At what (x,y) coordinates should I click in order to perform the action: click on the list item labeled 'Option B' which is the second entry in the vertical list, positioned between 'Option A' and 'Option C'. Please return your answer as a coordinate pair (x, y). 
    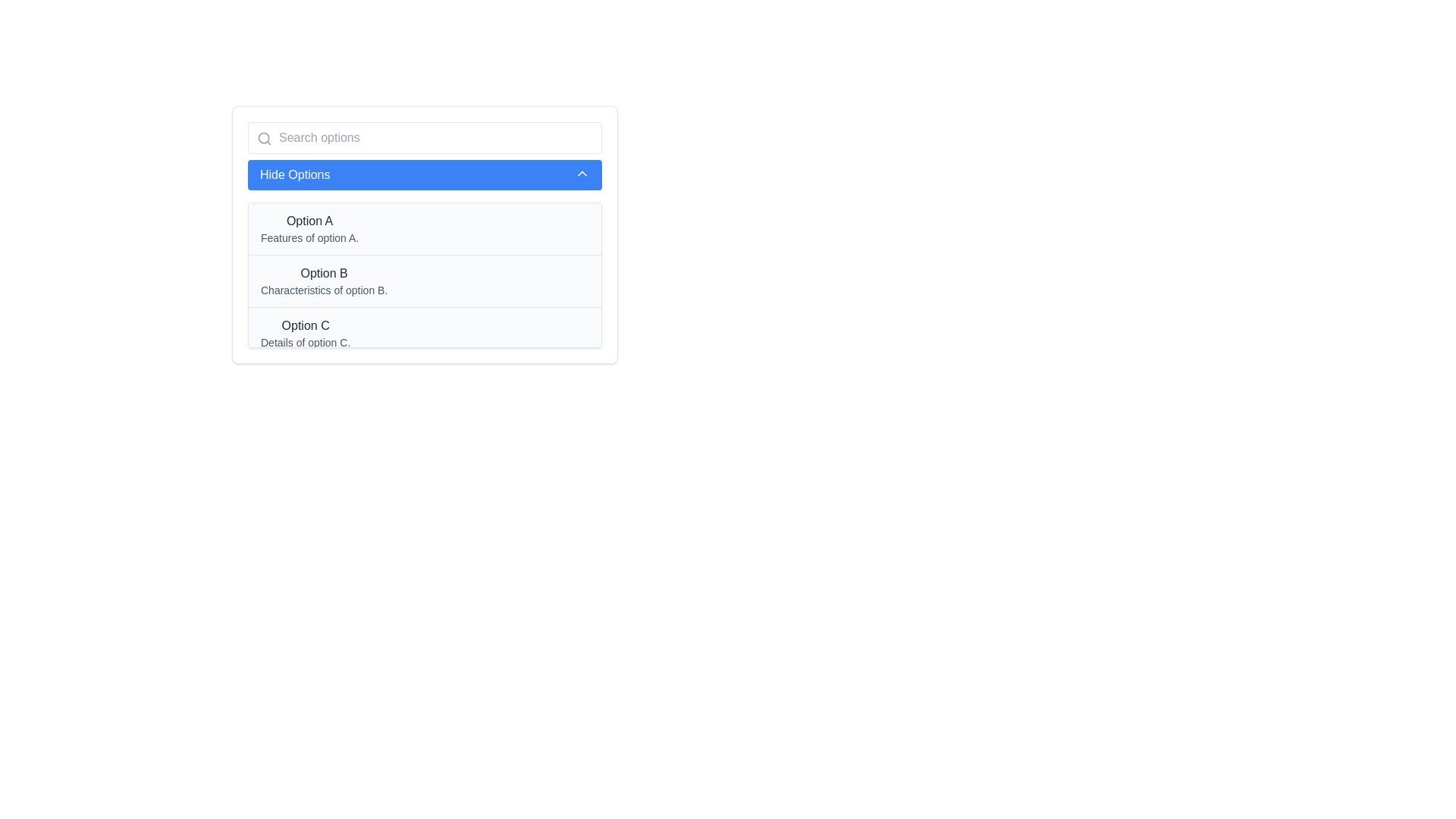
    Looking at the image, I should click on (425, 256).